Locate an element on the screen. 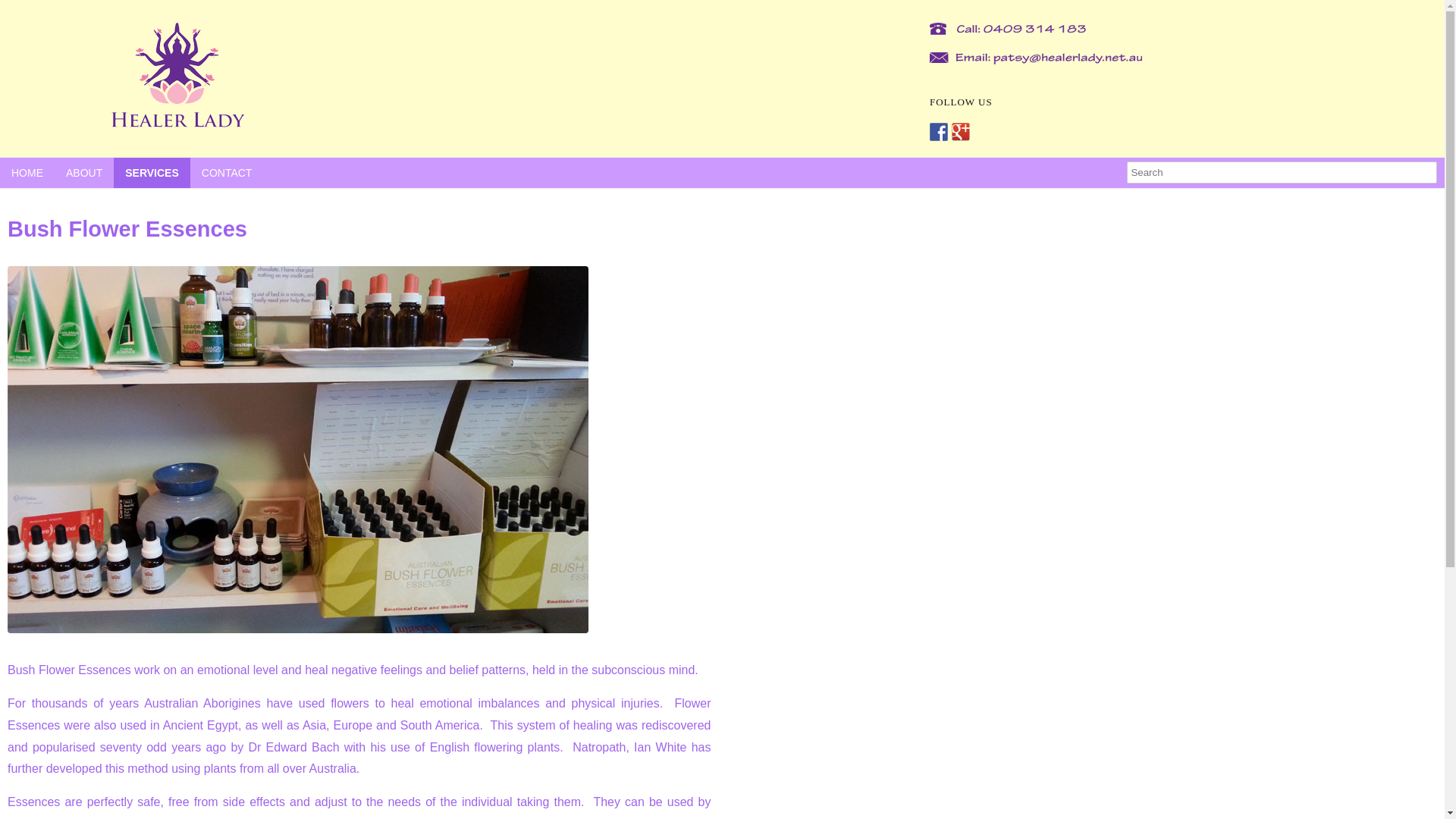 The width and height of the screenshot is (1456, 819). 'CONTACT' is located at coordinates (226, 171).